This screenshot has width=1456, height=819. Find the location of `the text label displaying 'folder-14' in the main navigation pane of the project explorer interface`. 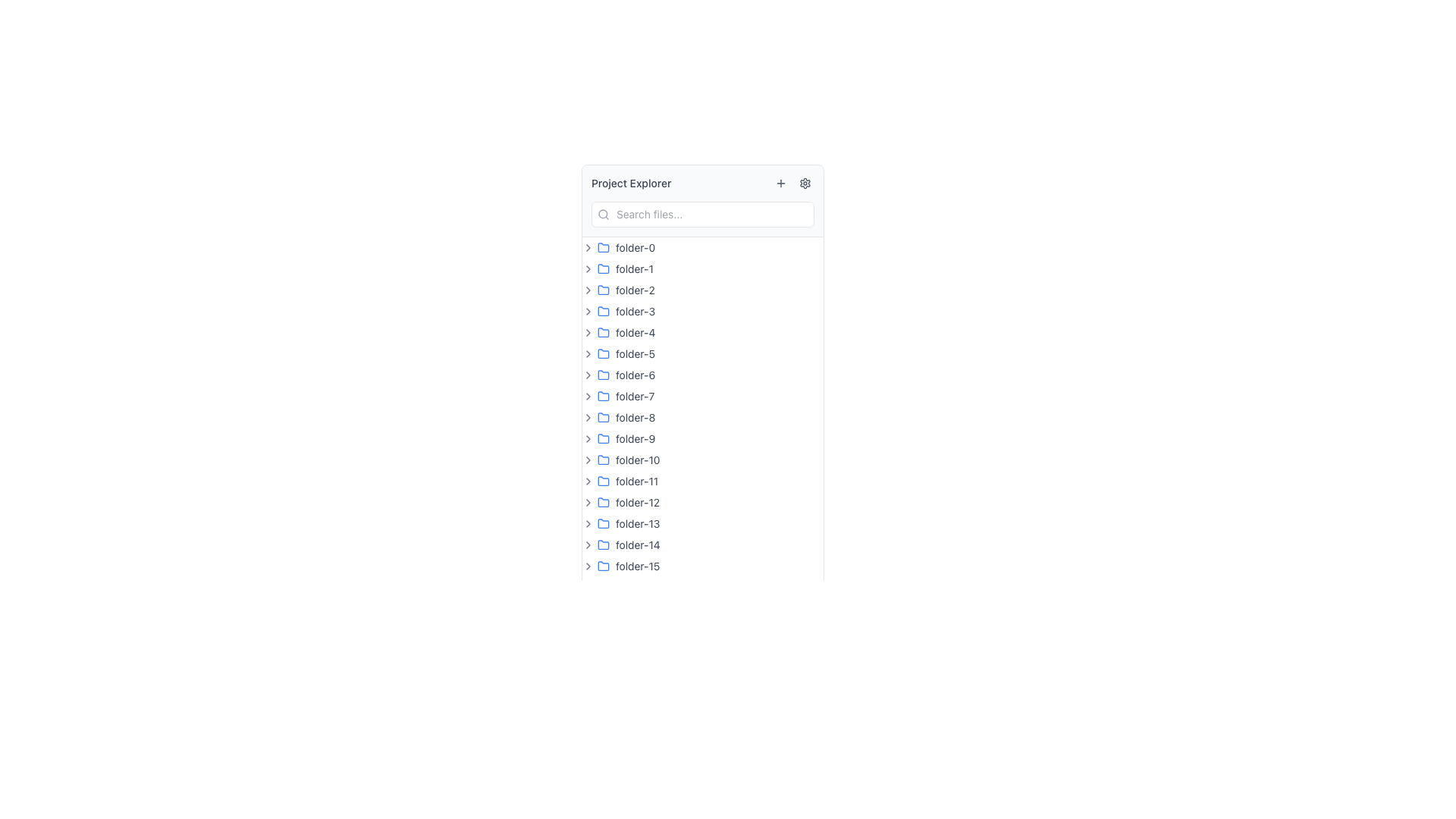

the text label displaying 'folder-14' in the main navigation pane of the project explorer interface is located at coordinates (638, 544).